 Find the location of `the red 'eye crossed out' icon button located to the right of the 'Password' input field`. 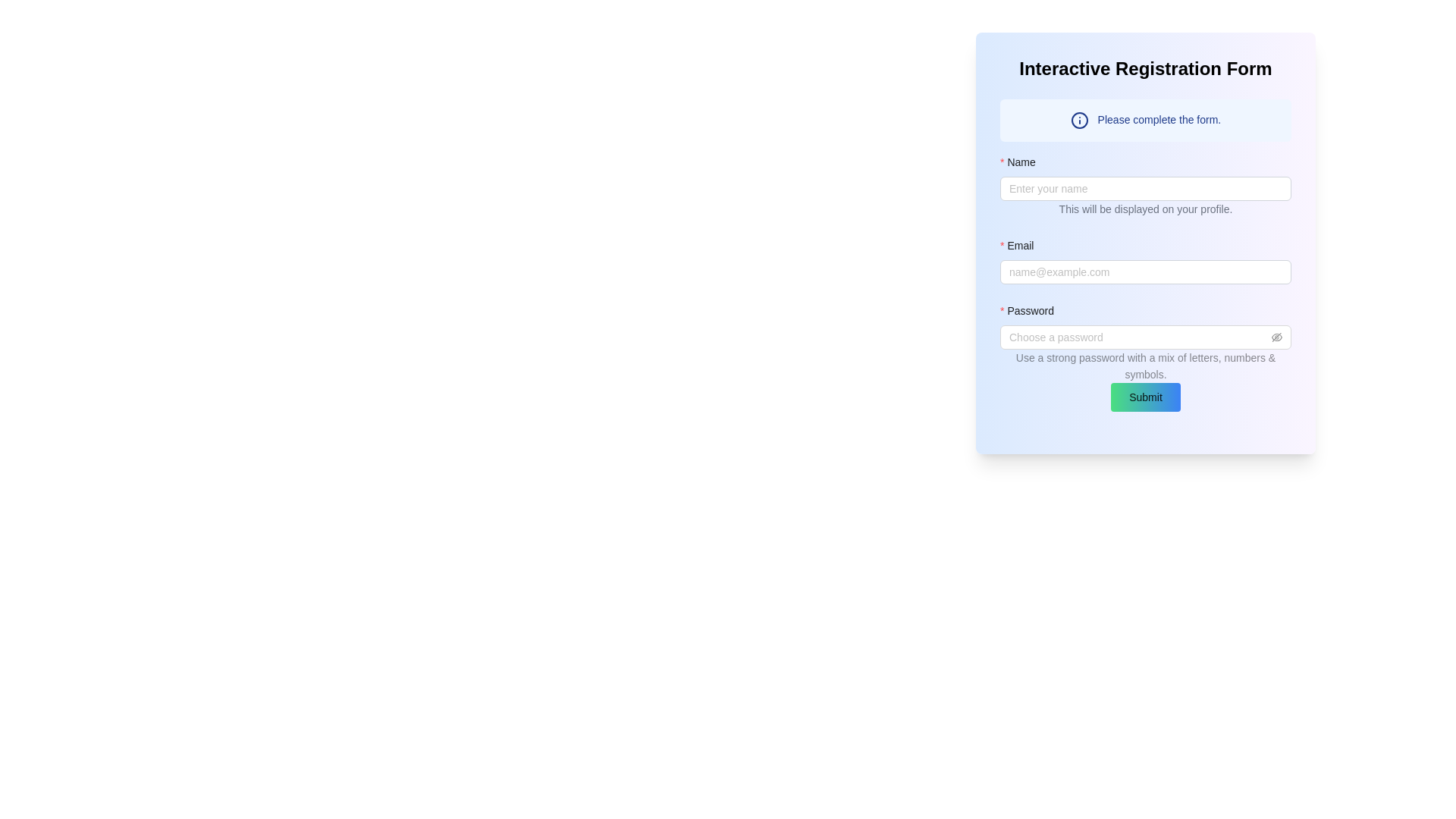

the red 'eye crossed out' icon button located to the right of the 'Password' input field is located at coordinates (1276, 336).